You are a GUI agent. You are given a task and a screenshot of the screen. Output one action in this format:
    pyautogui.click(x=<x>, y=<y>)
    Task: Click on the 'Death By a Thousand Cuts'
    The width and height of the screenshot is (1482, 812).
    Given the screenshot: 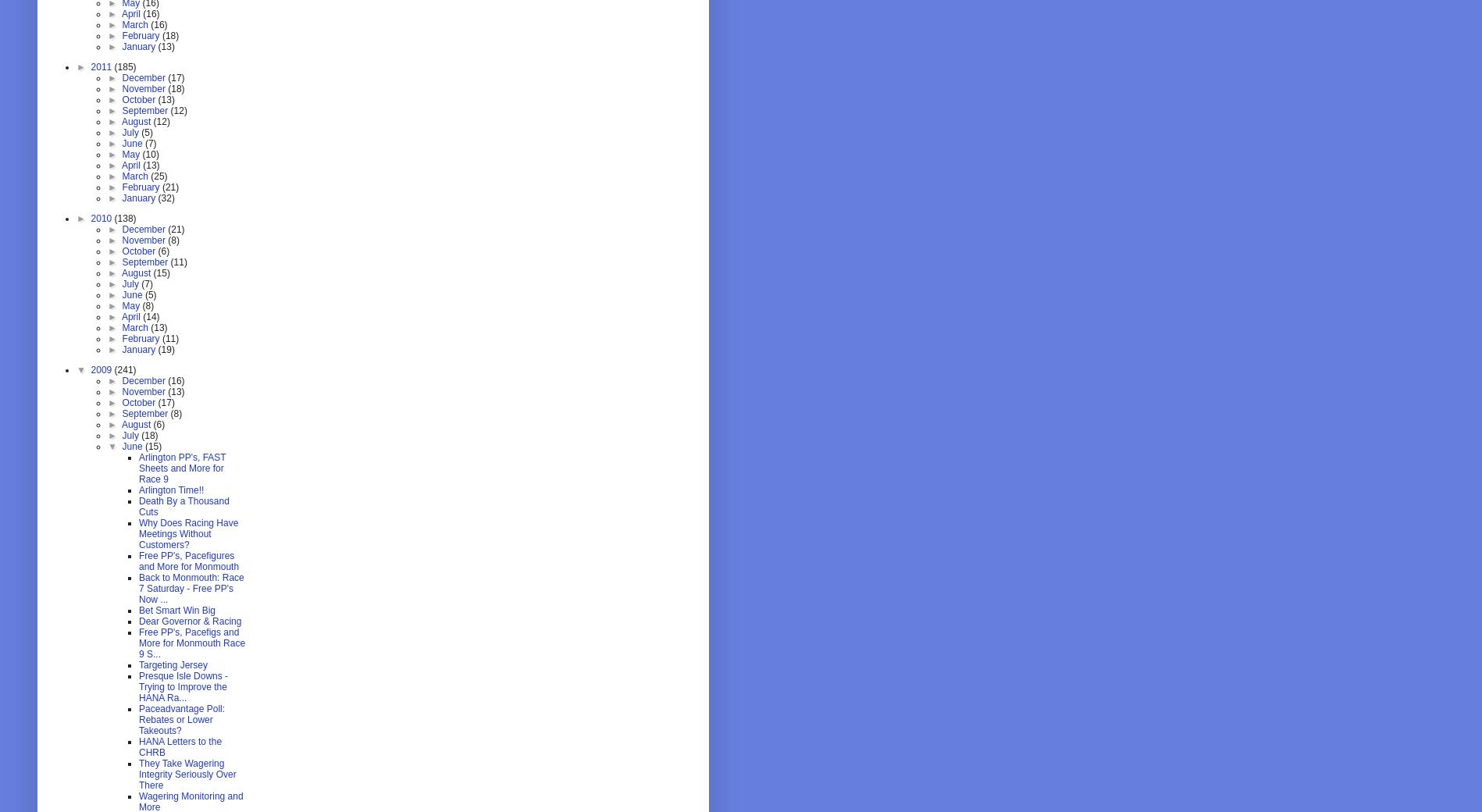 What is the action you would take?
    pyautogui.click(x=183, y=505)
    